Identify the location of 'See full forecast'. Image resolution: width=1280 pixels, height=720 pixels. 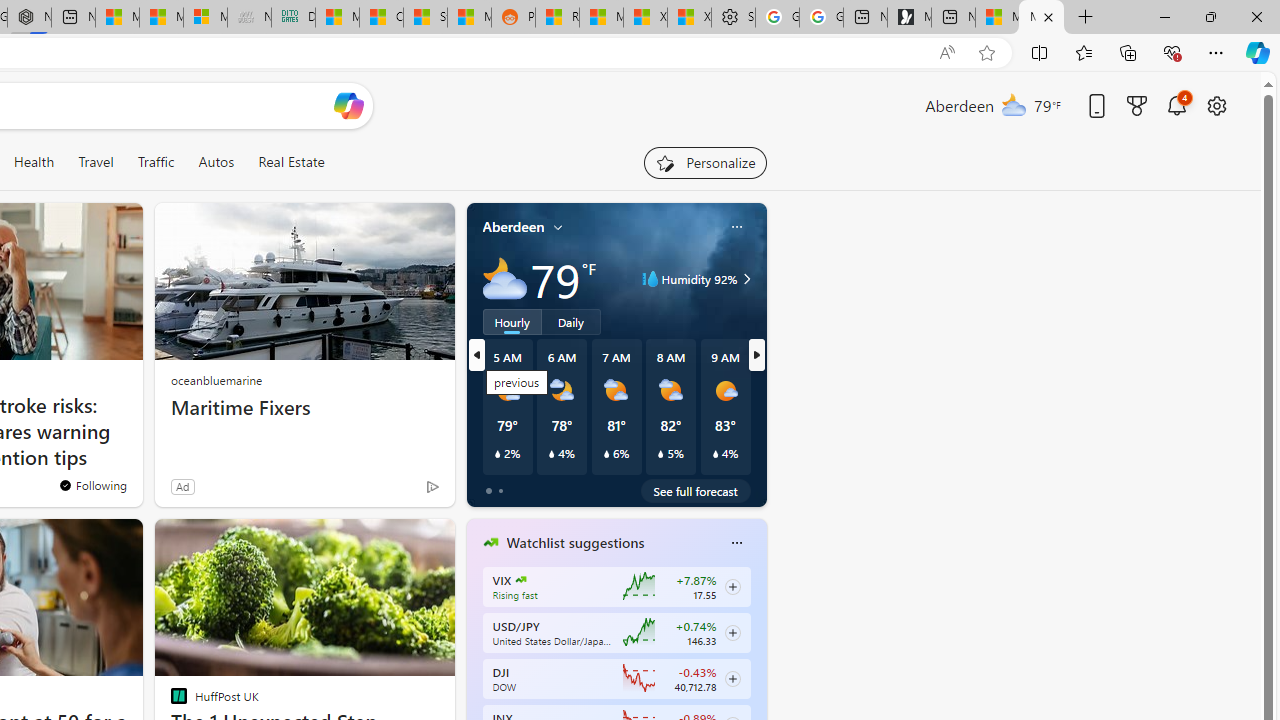
(695, 491).